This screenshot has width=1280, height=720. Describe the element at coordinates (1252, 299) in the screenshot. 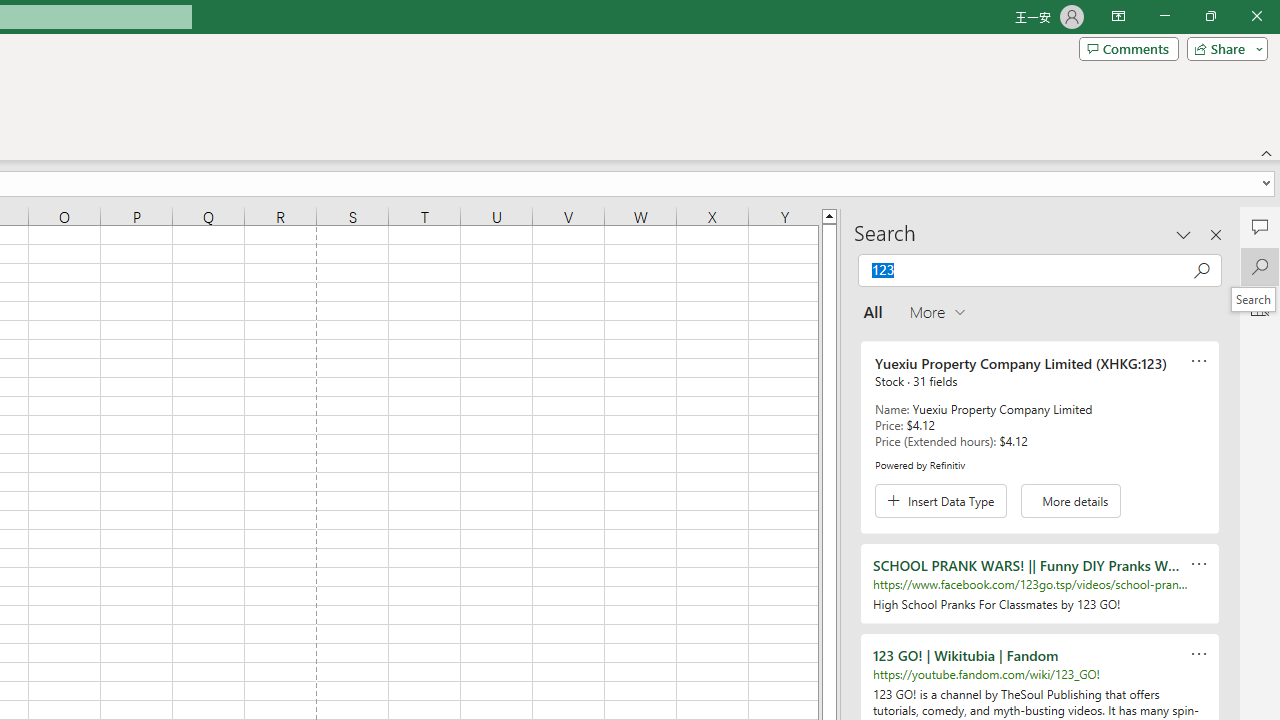

I see `'Search'` at that location.